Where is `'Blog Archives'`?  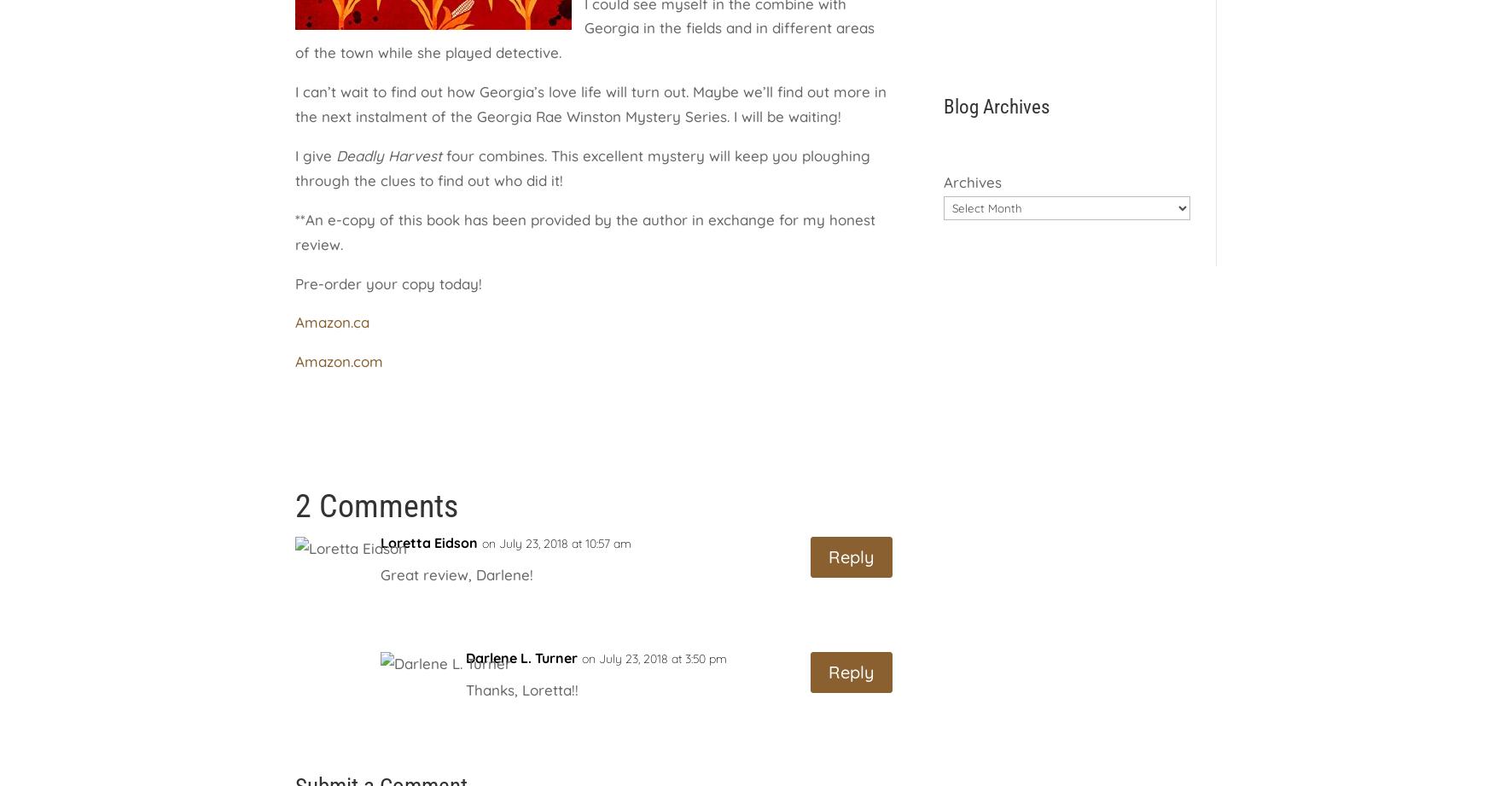 'Blog Archives' is located at coordinates (995, 106).